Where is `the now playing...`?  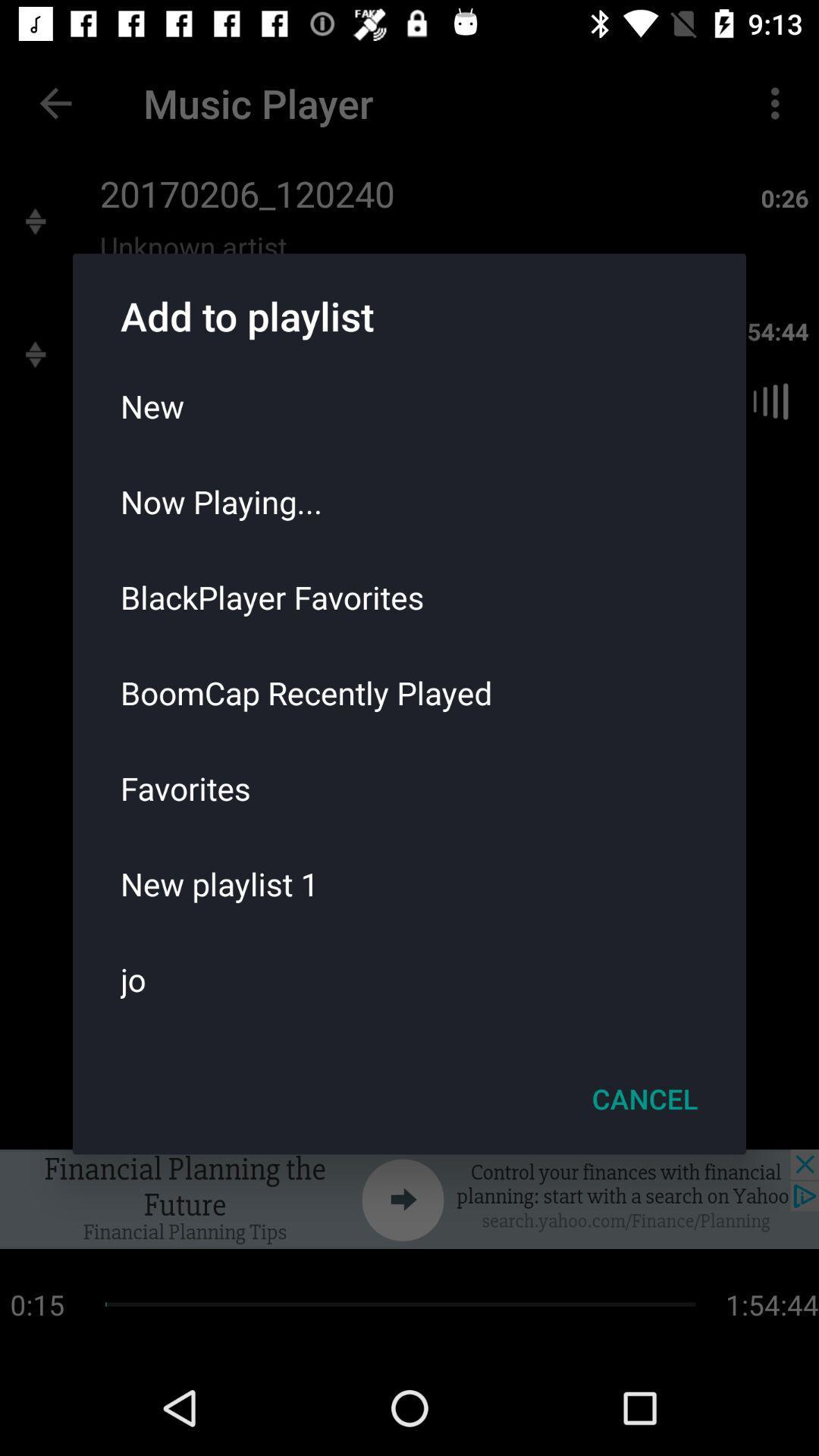 the now playing... is located at coordinates (409, 501).